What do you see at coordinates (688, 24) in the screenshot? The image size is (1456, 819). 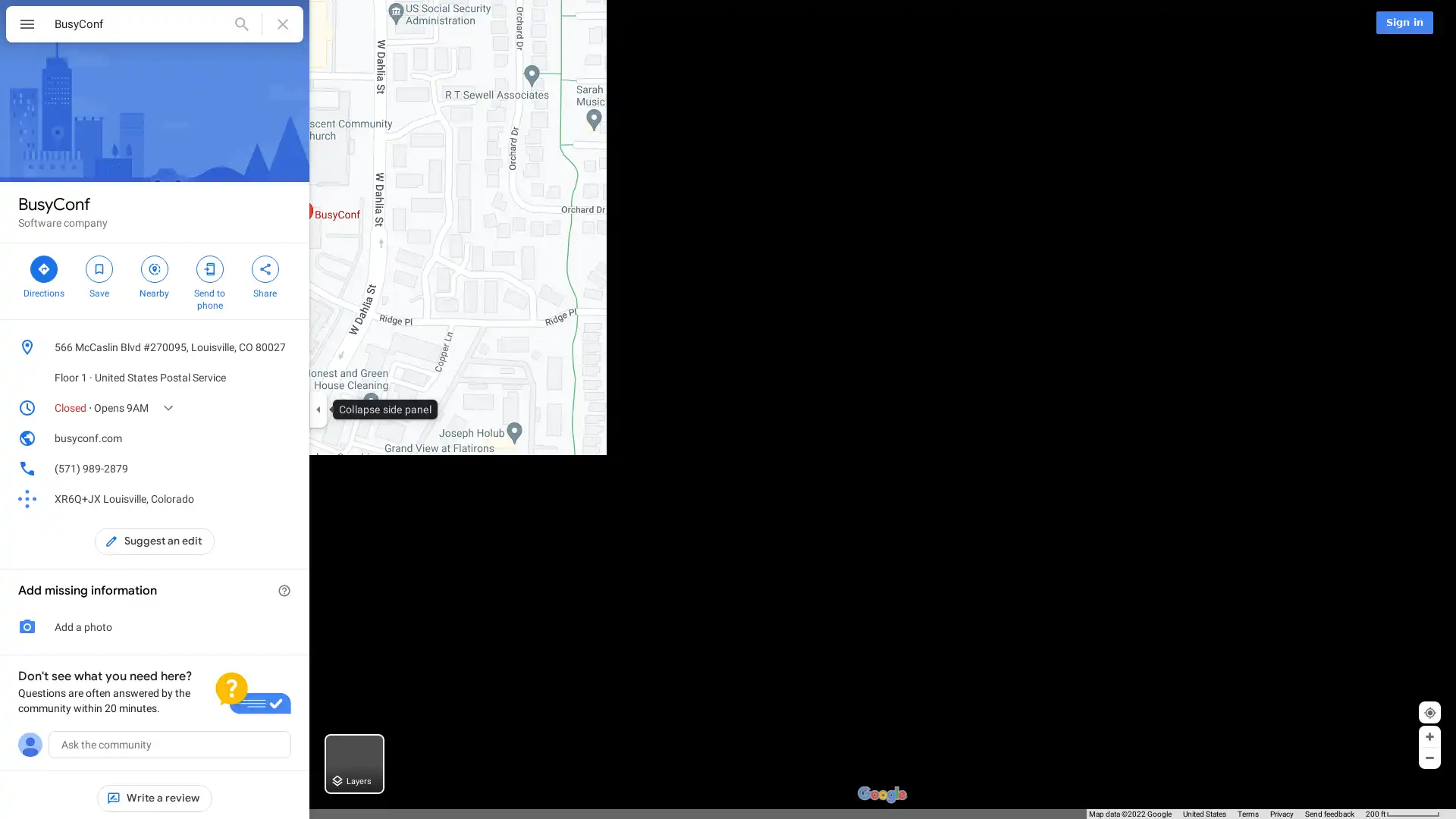 I see `Parking` at bounding box center [688, 24].